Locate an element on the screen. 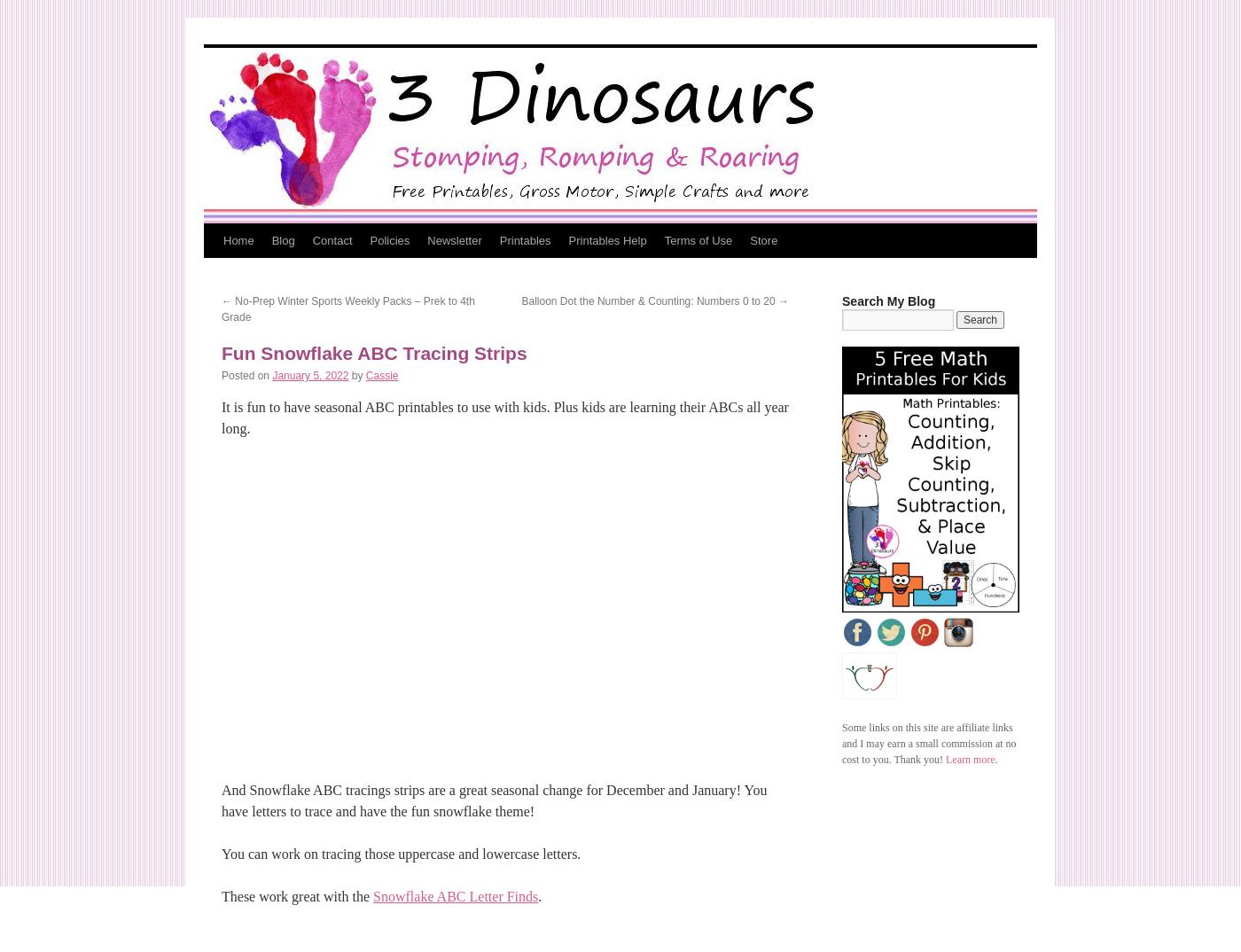 The height and width of the screenshot is (952, 1241). 'It is fun to have seasonal ABC printables to use with kids. Plus kids are learning their ABCs all year long.' is located at coordinates (504, 417).